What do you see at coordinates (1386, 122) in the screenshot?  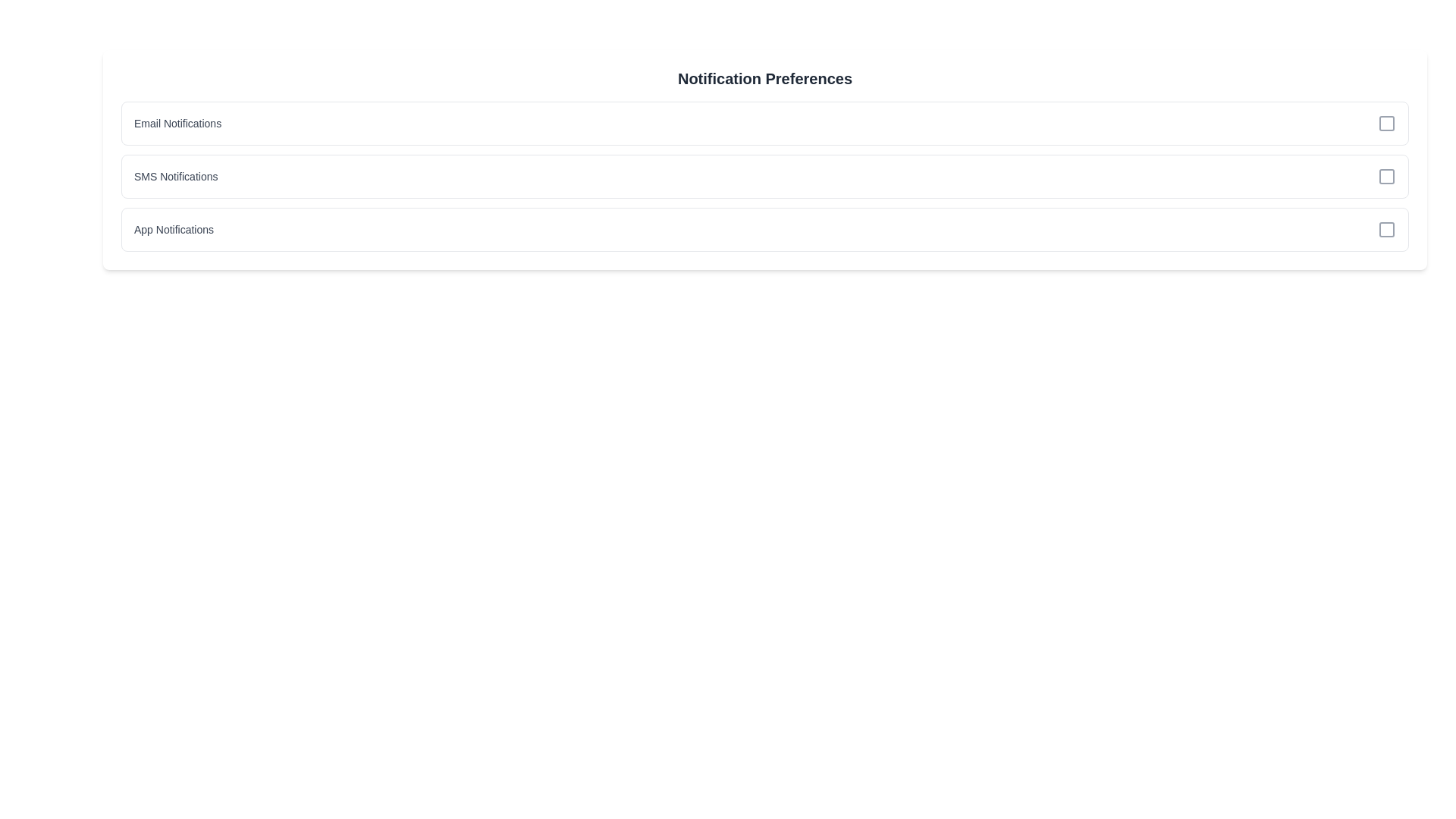 I see `the small gray square checkbox icon located next to the 'Email Notifications' label` at bounding box center [1386, 122].